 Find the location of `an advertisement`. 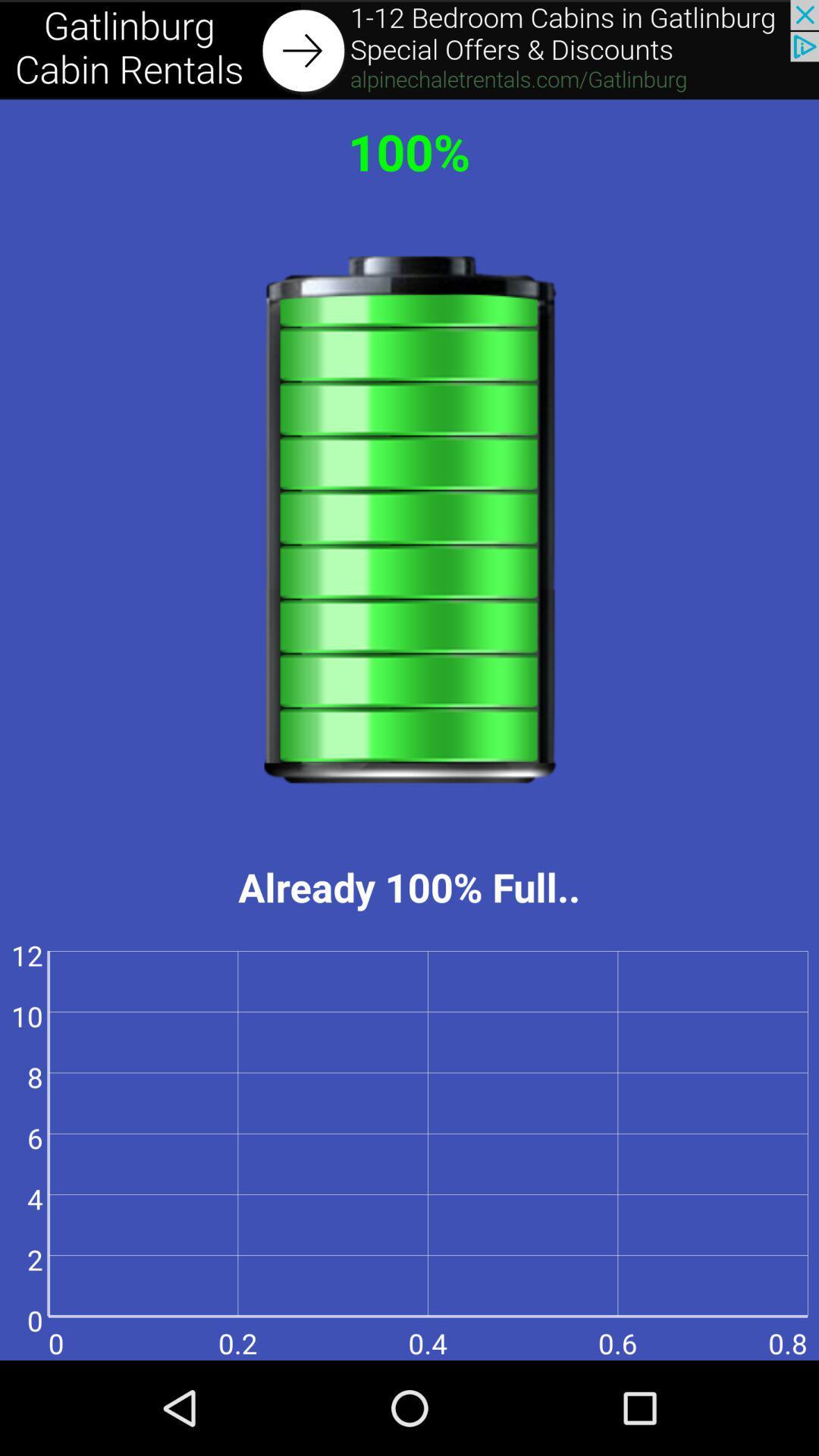

an advertisement is located at coordinates (409, 49).